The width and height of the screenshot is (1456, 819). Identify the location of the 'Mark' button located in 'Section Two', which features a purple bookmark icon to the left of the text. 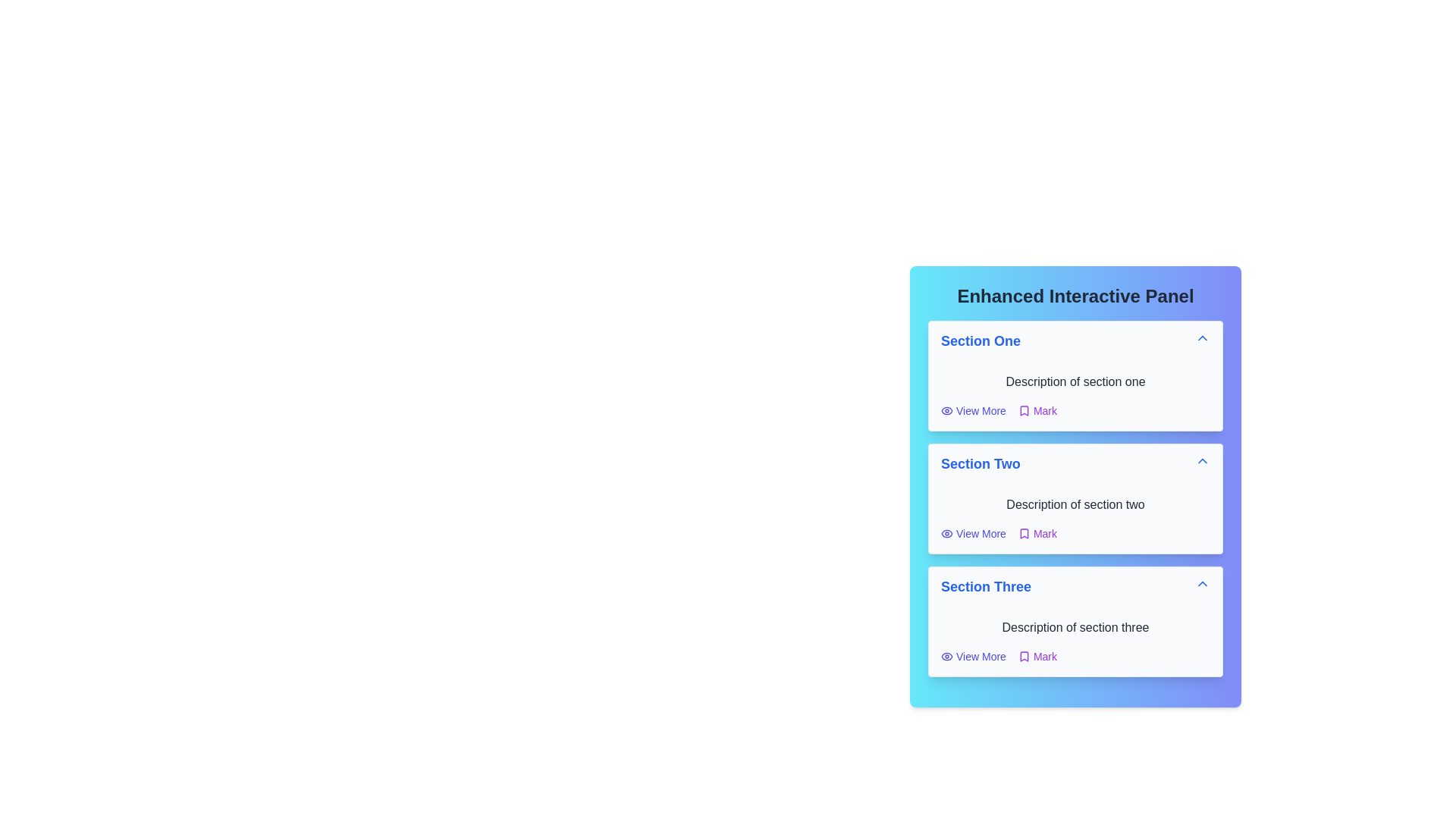
(1037, 533).